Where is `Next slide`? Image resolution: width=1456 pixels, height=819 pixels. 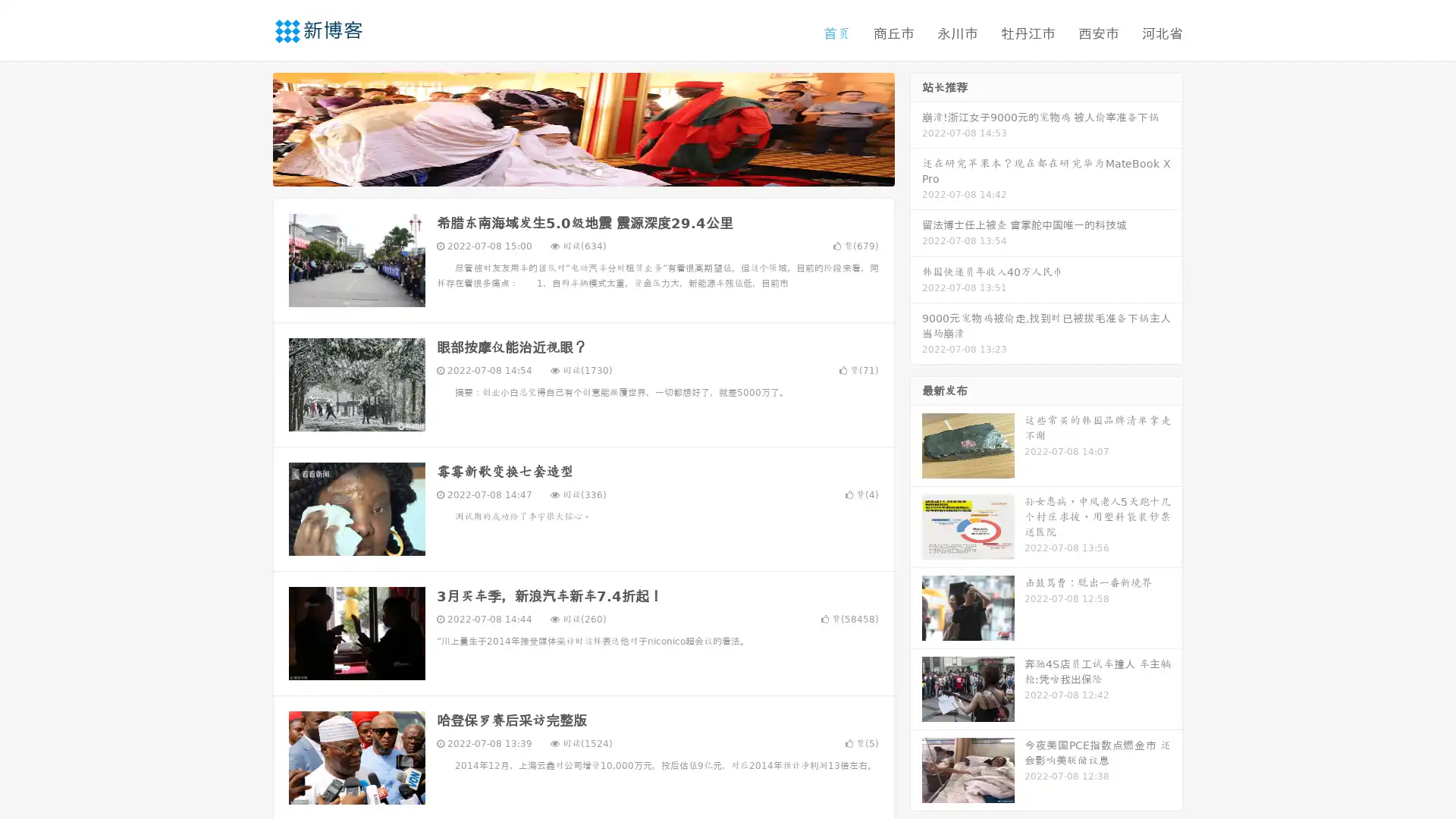
Next slide is located at coordinates (916, 127).